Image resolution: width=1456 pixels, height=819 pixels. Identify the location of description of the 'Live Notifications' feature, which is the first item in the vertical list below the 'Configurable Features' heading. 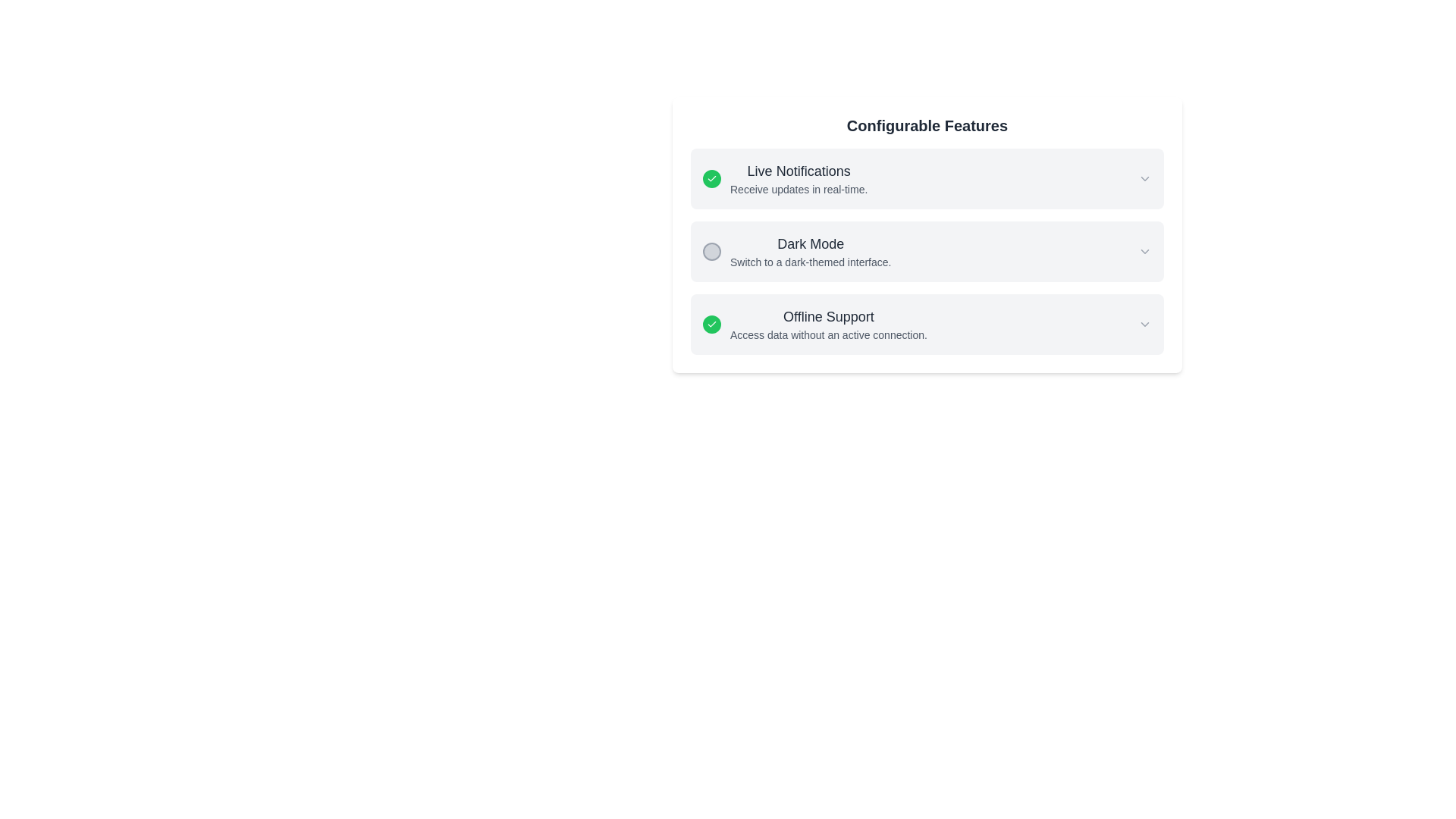
(785, 177).